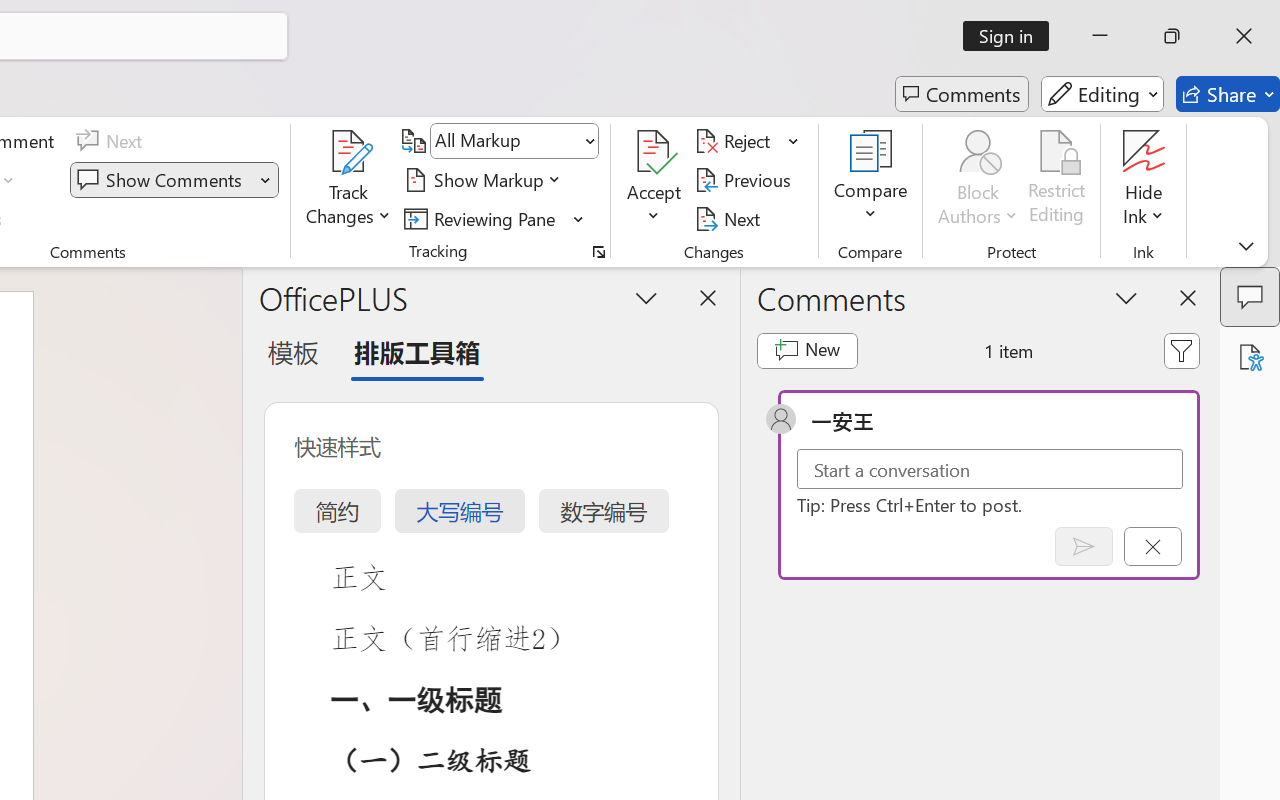 The image size is (1280, 800). I want to click on 'Show Comments', so click(174, 179).